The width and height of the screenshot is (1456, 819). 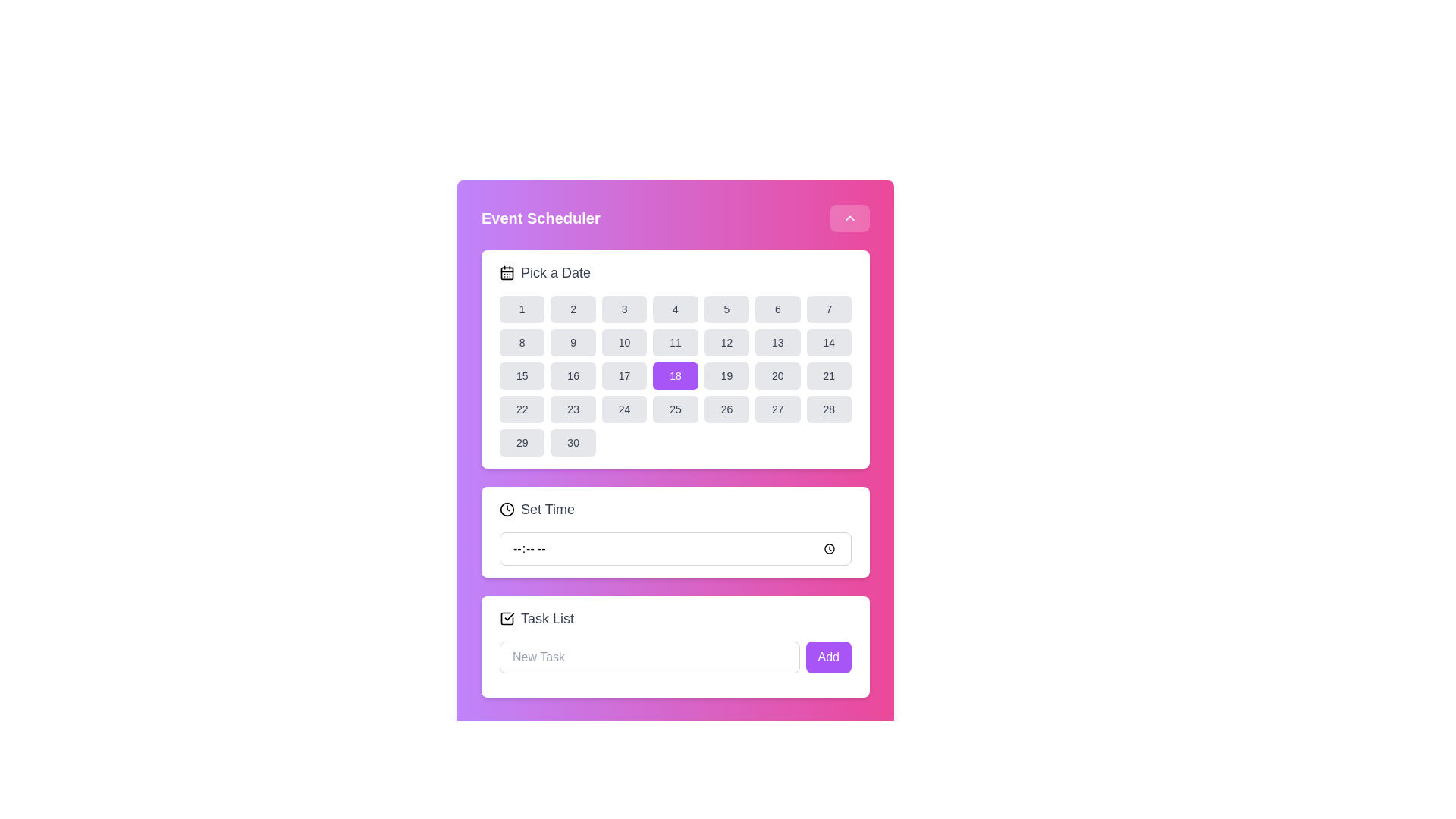 What do you see at coordinates (726, 342) in the screenshot?
I see `the button labeled '12' in the second row and fifth column of the calendar grid` at bounding box center [726, 342].